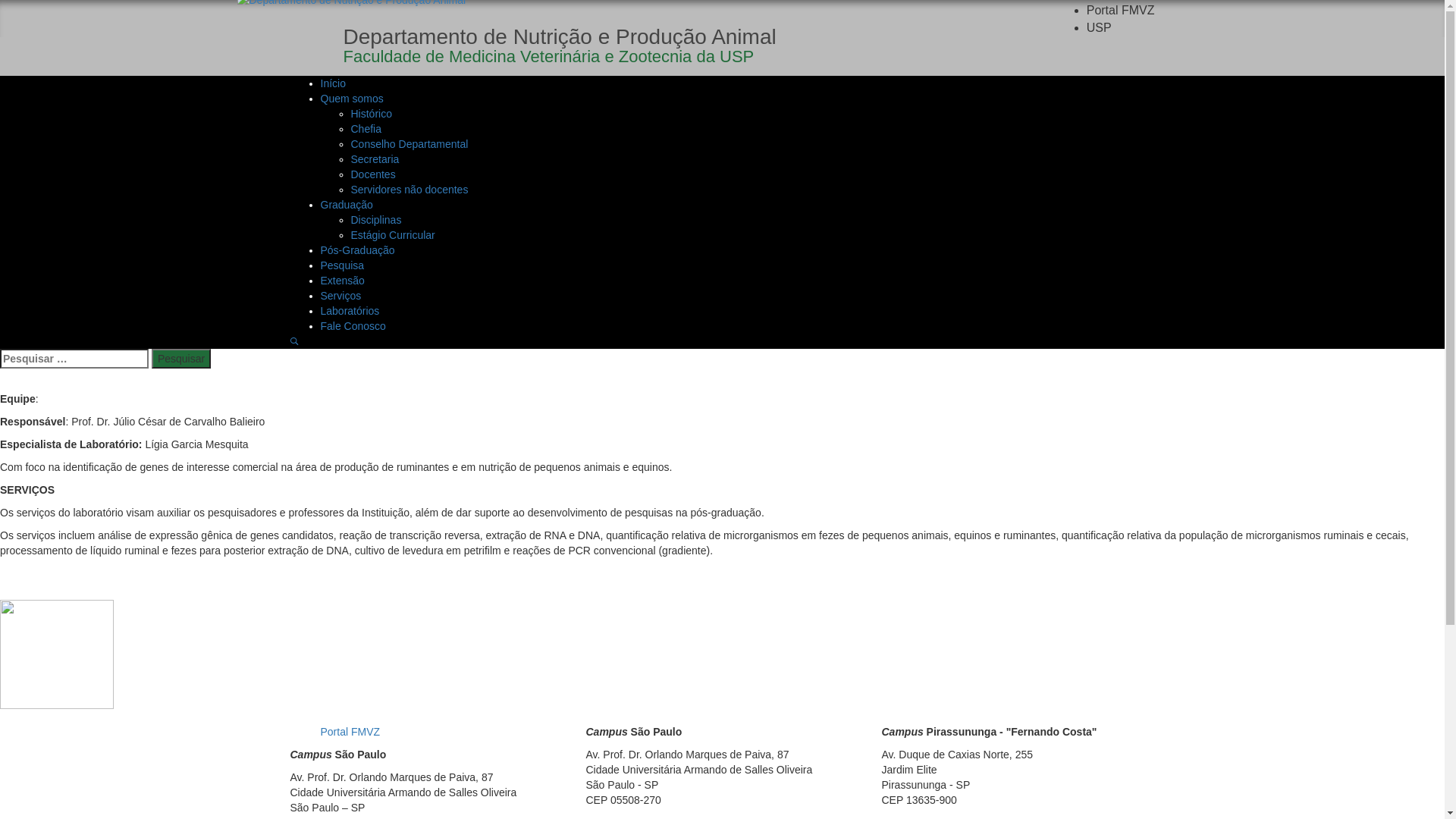  I want to click on 'Fale Conosco', so click(352, 325).